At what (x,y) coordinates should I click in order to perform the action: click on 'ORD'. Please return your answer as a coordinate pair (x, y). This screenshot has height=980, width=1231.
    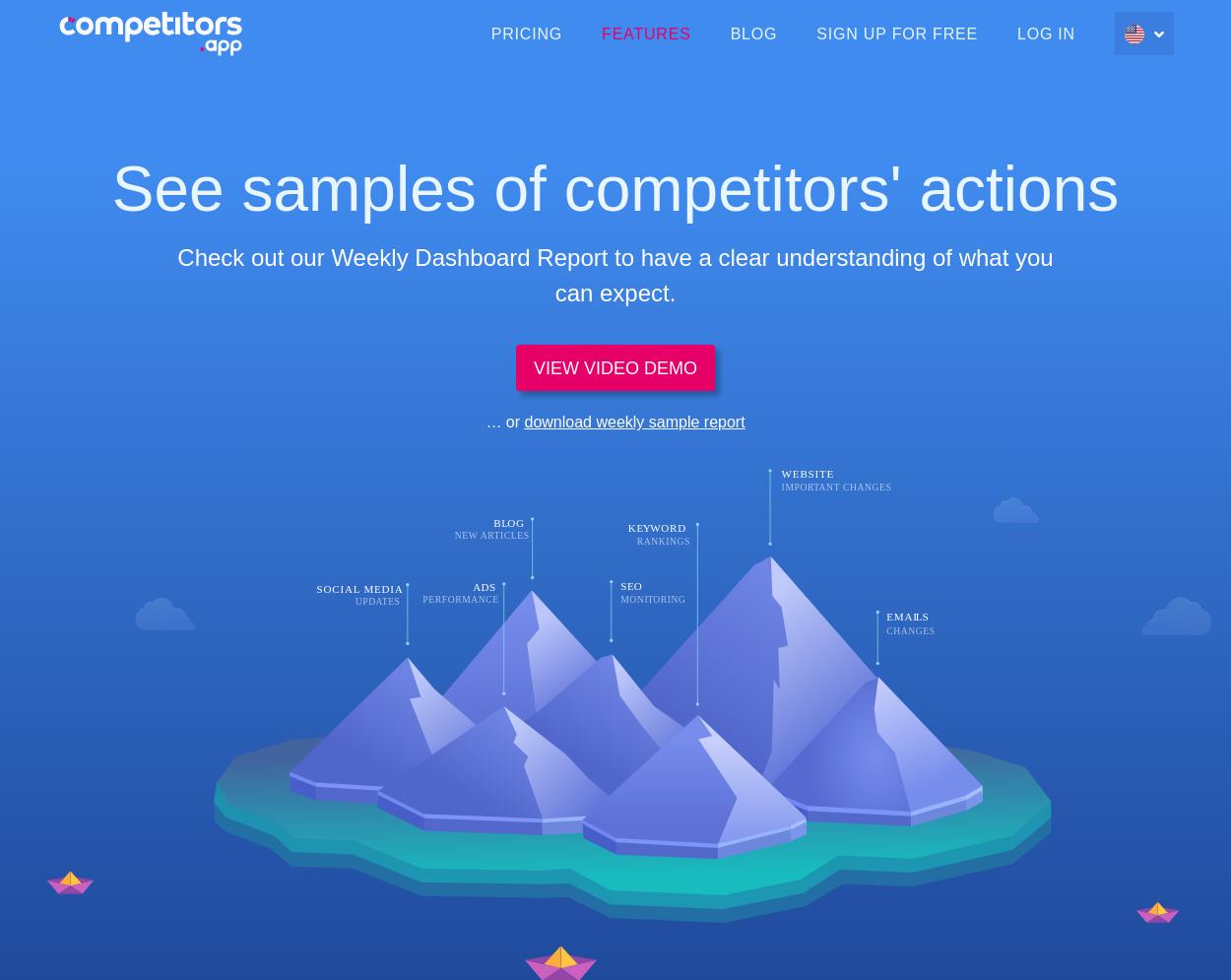
    Looking at the image, I should click on (673, 526).